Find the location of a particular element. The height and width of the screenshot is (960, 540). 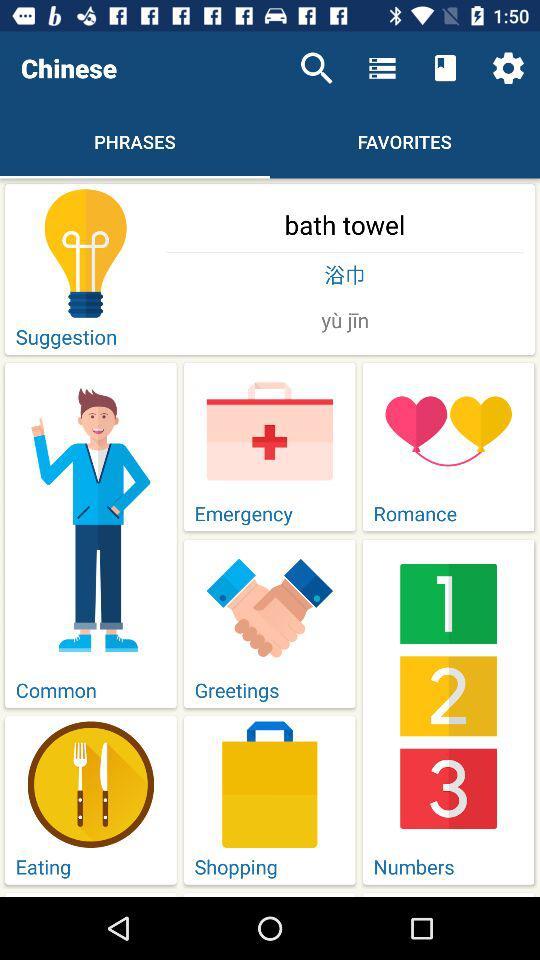

icon above the favorites icon is located at coordinates (445, 68).